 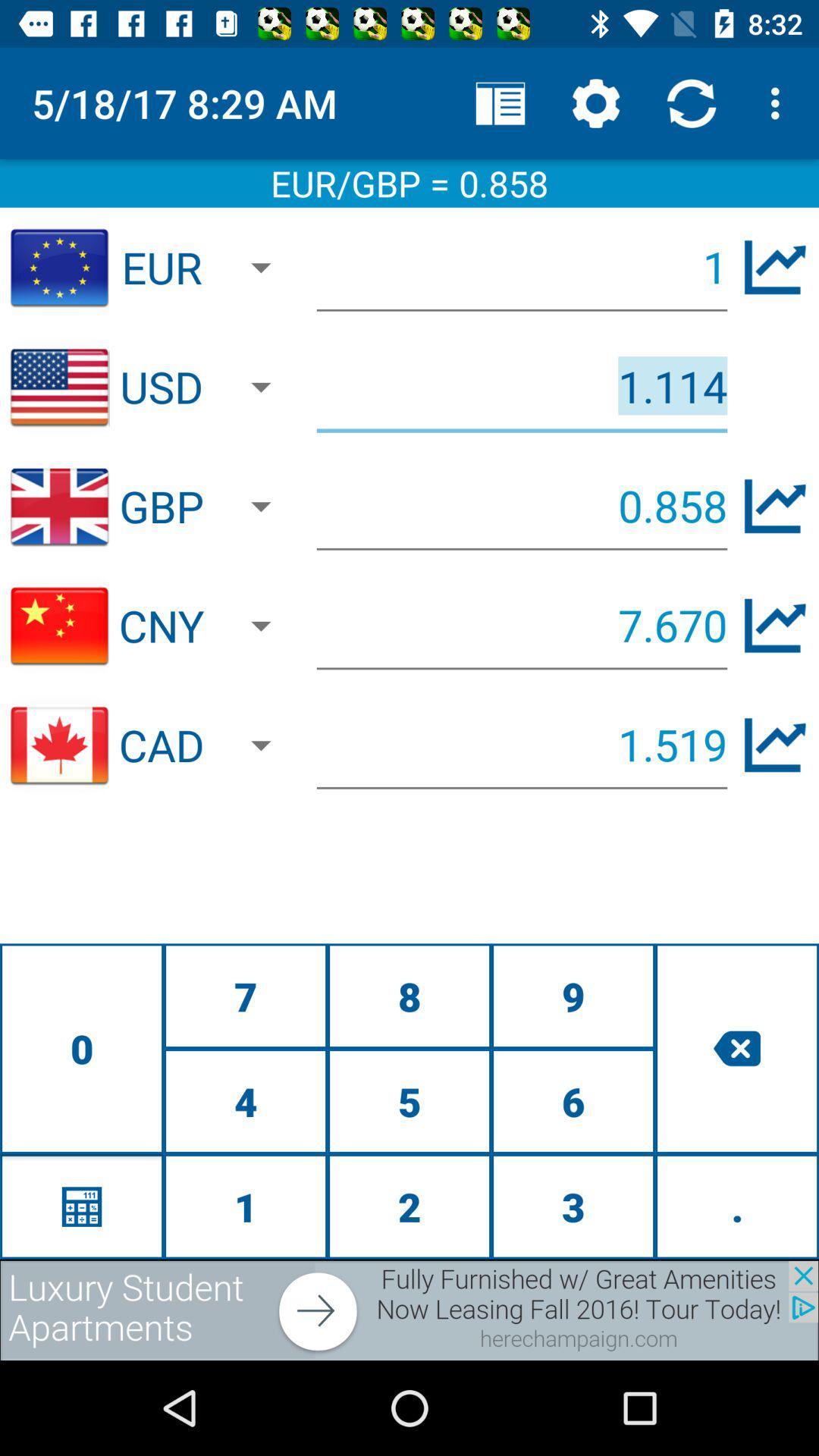 I want to click on chart, so click(x=775, y=506).